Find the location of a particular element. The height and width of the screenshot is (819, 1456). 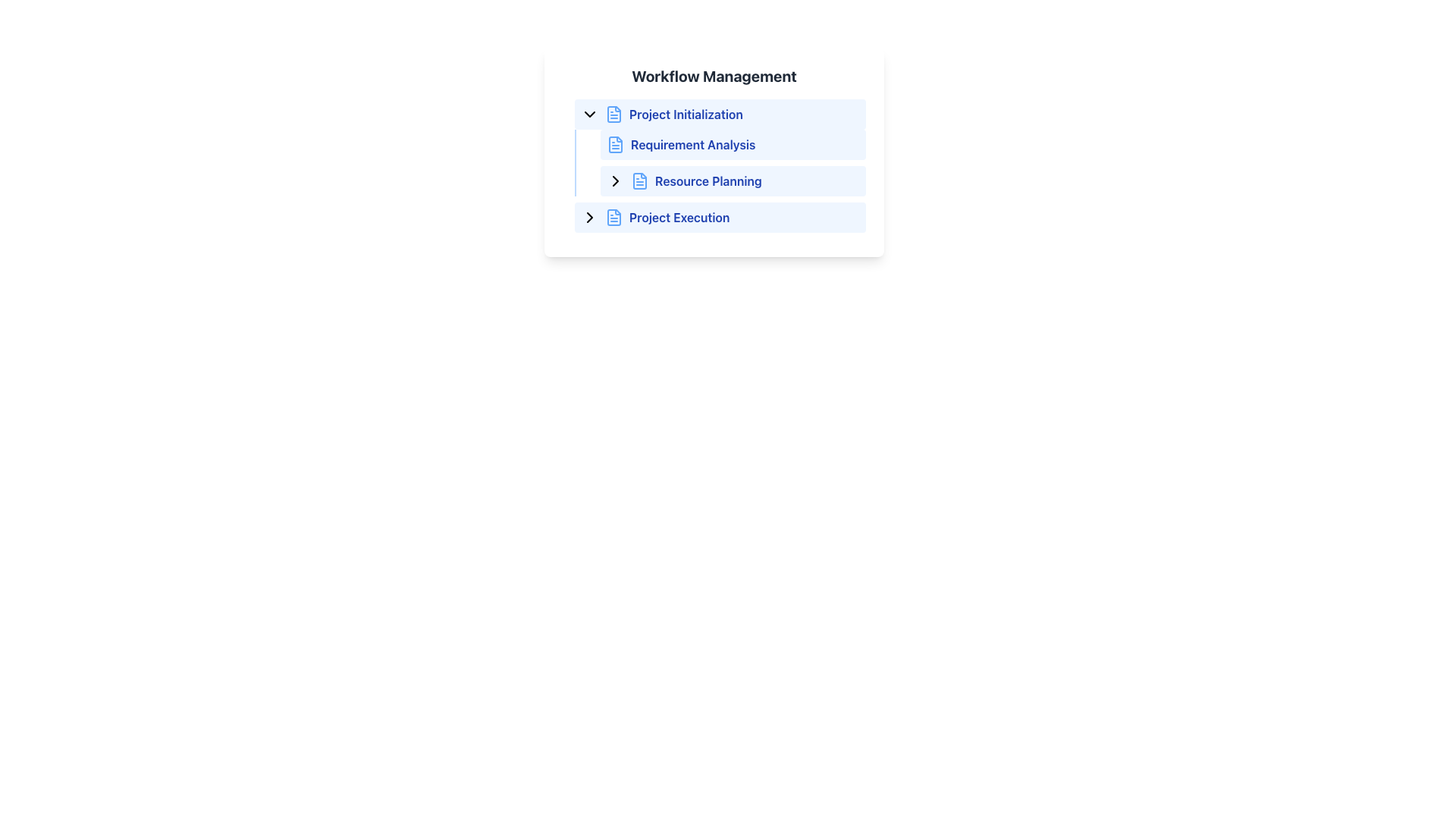

the text label 'Resource Planning' located in the blue-tinted rectangular area within the 'Workflow Management' panel under the 'Requirement Analysis' section is located at coordinates (708, 180).